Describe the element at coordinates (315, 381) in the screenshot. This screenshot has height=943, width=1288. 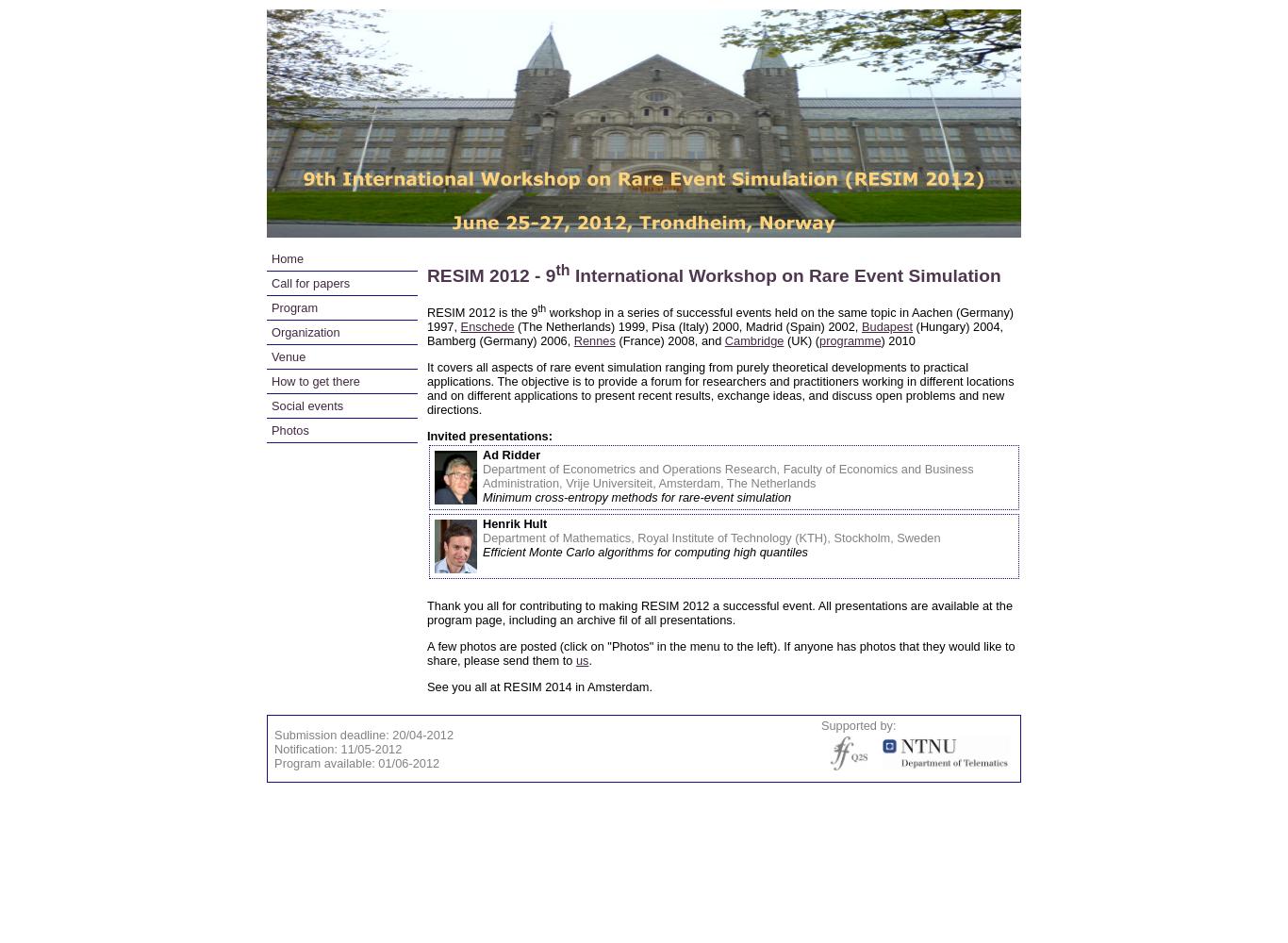
I see `'How to get there'` at that location.